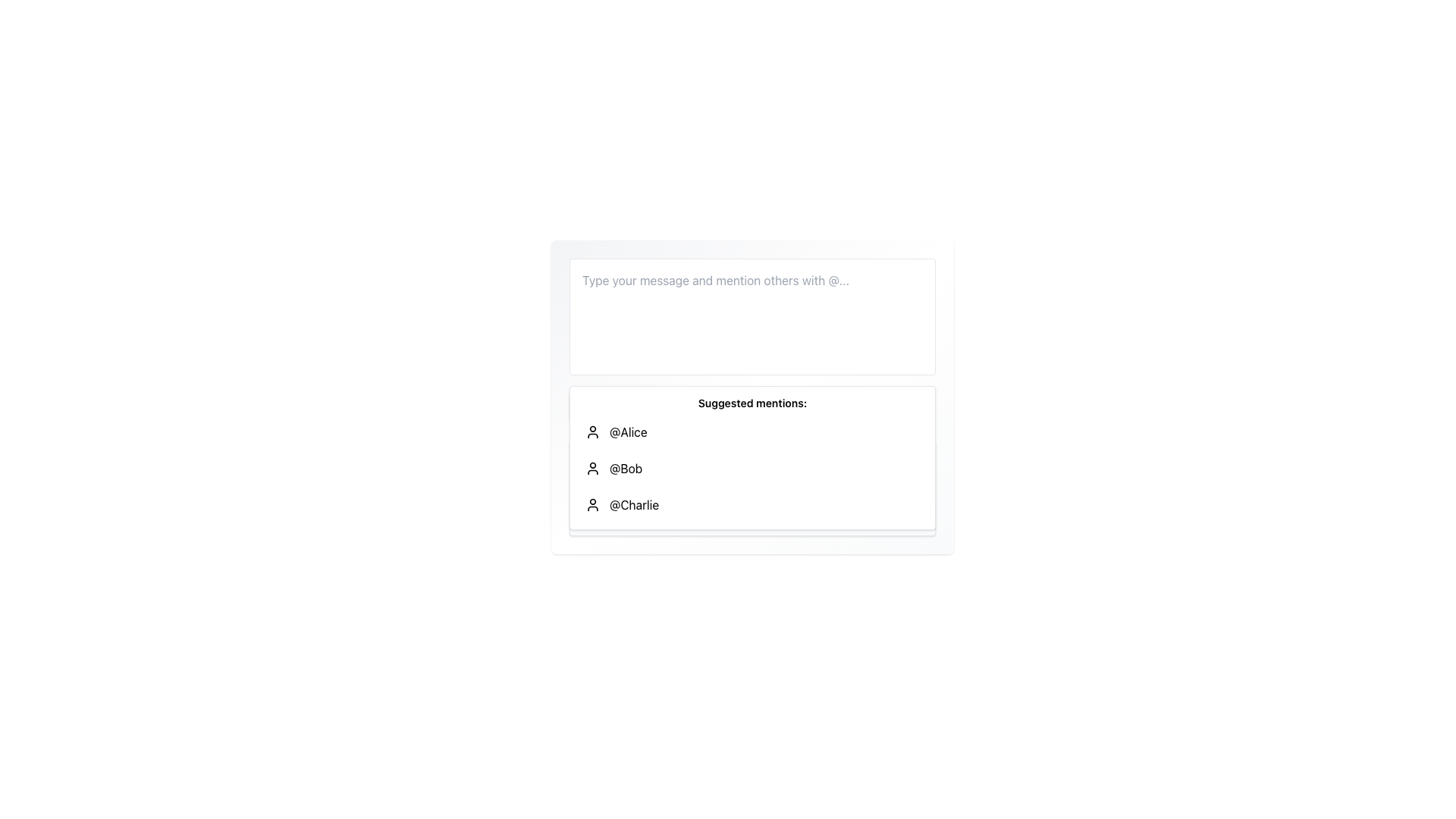  I want to click on the user silhouette icon located immediately before the '@Charlie' label in the suggestion list, so click(592, 505).